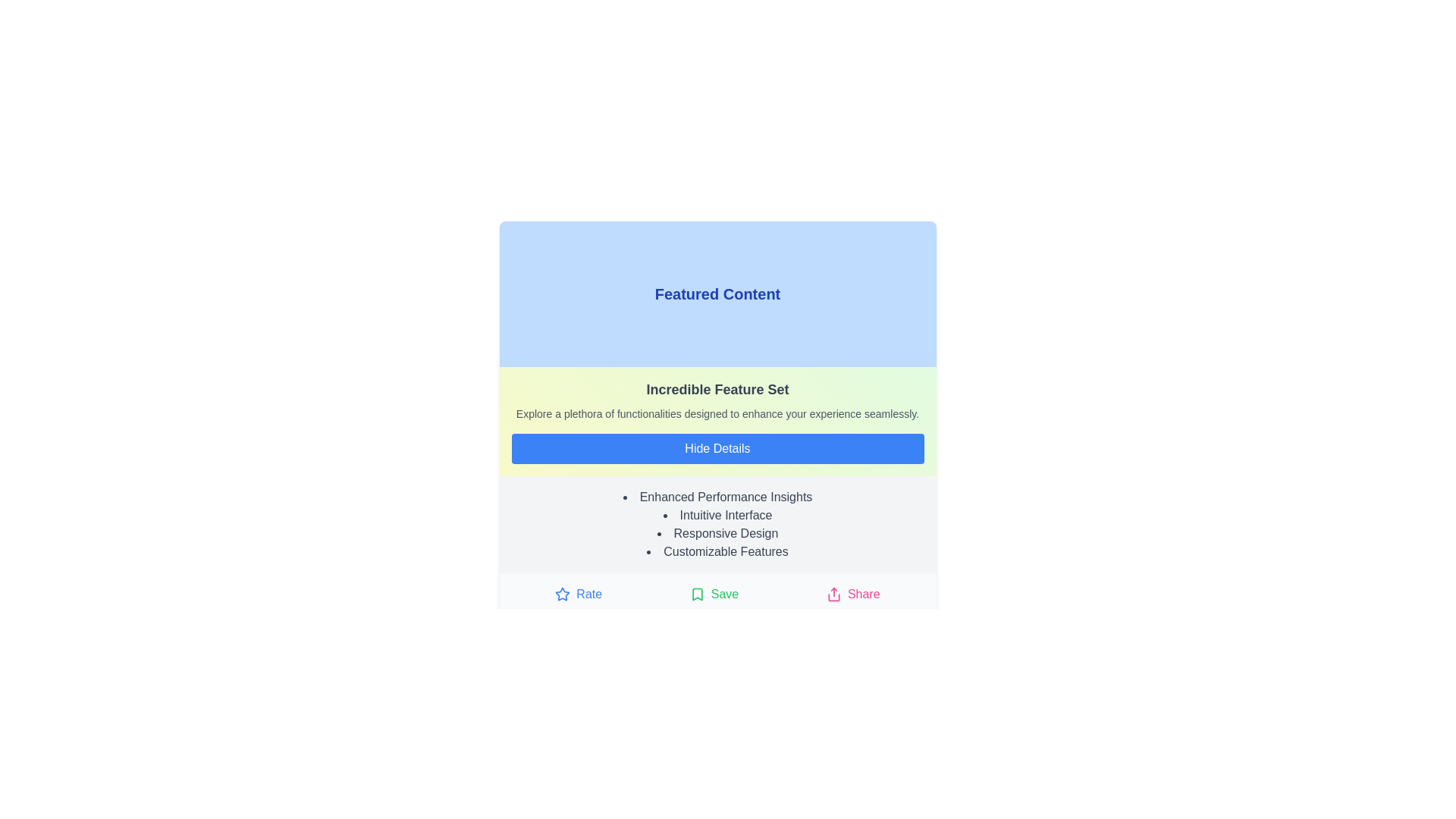 Image resolution: width=1456 pixels, height=819 pixels. Describe the element at coordinates (717, 523) in the screenshot. I see `the List Display element, which is located below the 'Hide Details' button and above the 'Rate', 'Save', and 'Share' options` at that location.